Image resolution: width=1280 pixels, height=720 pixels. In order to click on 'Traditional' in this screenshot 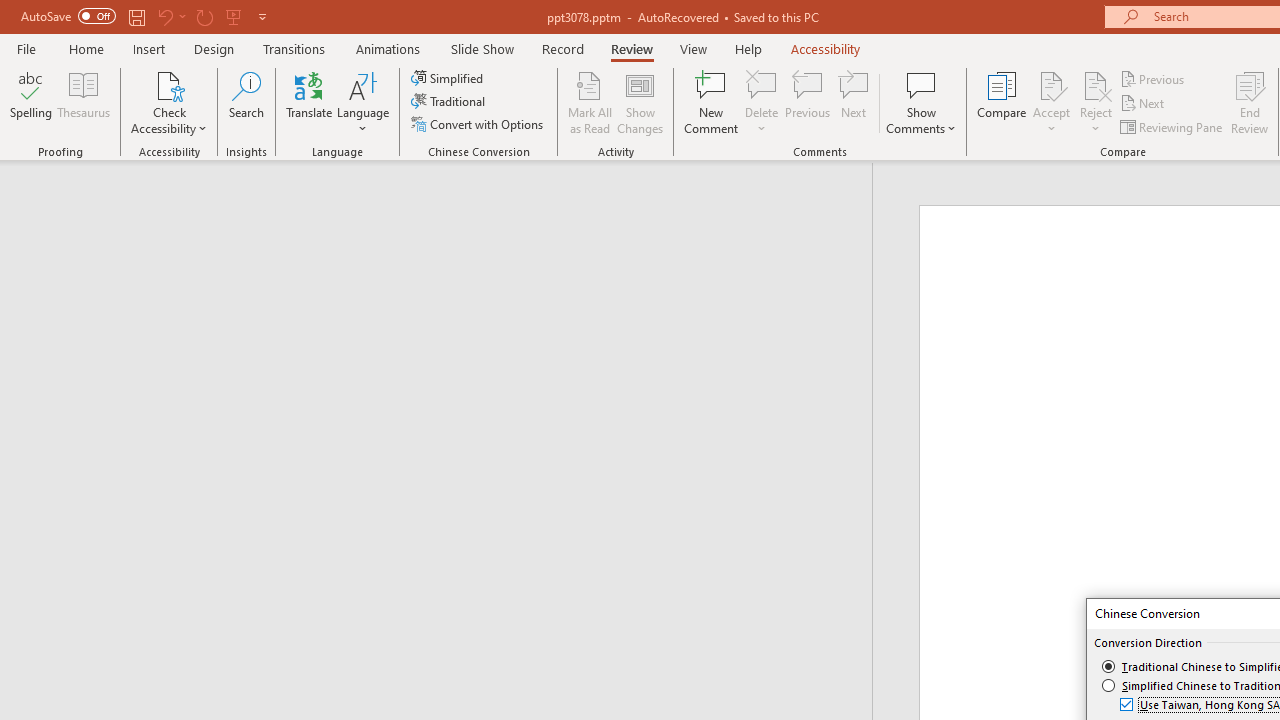, I will do `click(448, 101)`.